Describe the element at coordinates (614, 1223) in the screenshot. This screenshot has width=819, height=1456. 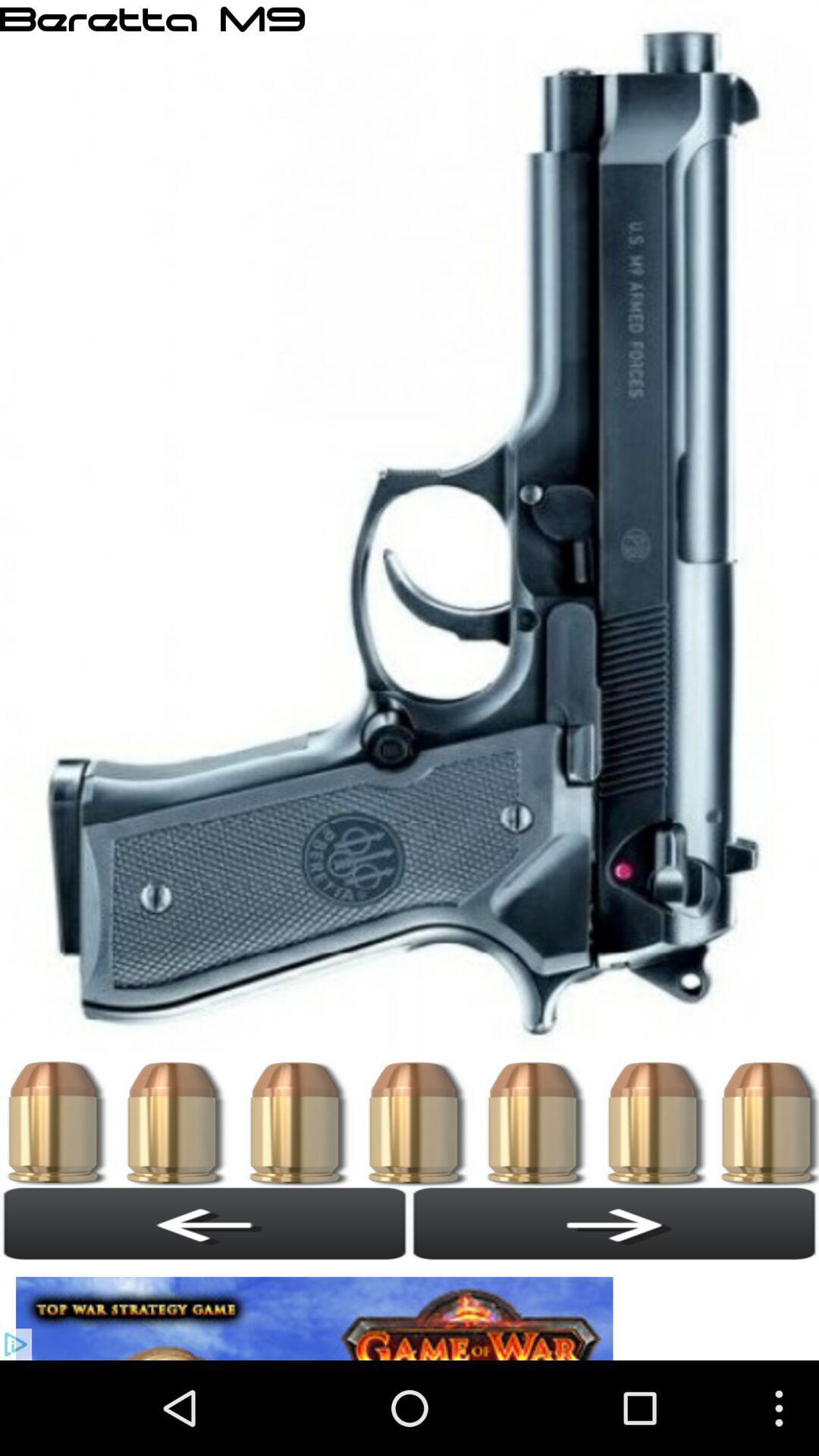
I see `next` at that location.